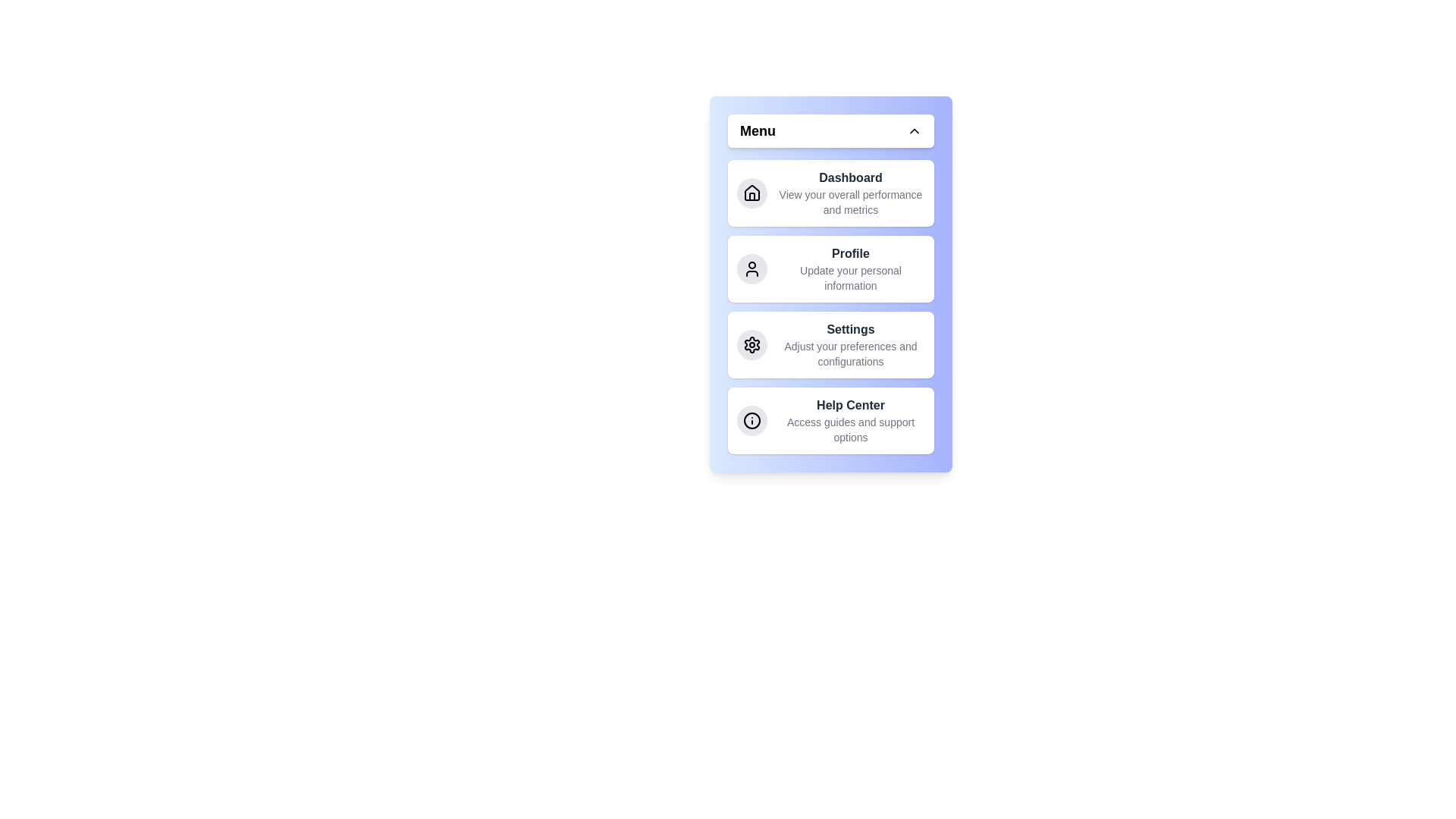 The width and height of the screenshot is (1456, 819). I want to click on the menu item Settings to observe the hover effect, so click(830, 345).